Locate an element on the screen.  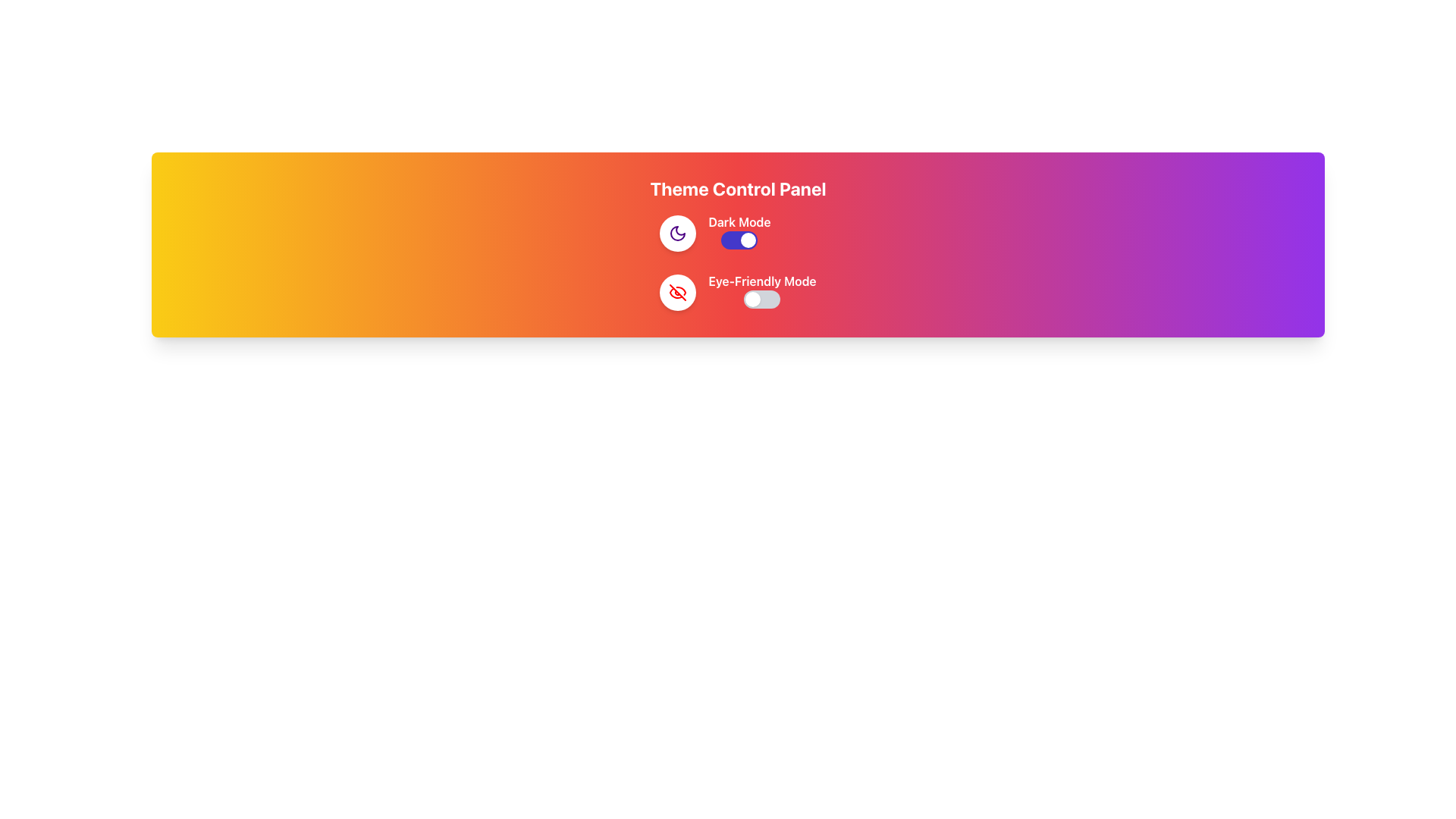
the small circular white knob located on the left end of the second toggle switch in the 'Theme Control Panel' interface is located at coordinates (753, 299).